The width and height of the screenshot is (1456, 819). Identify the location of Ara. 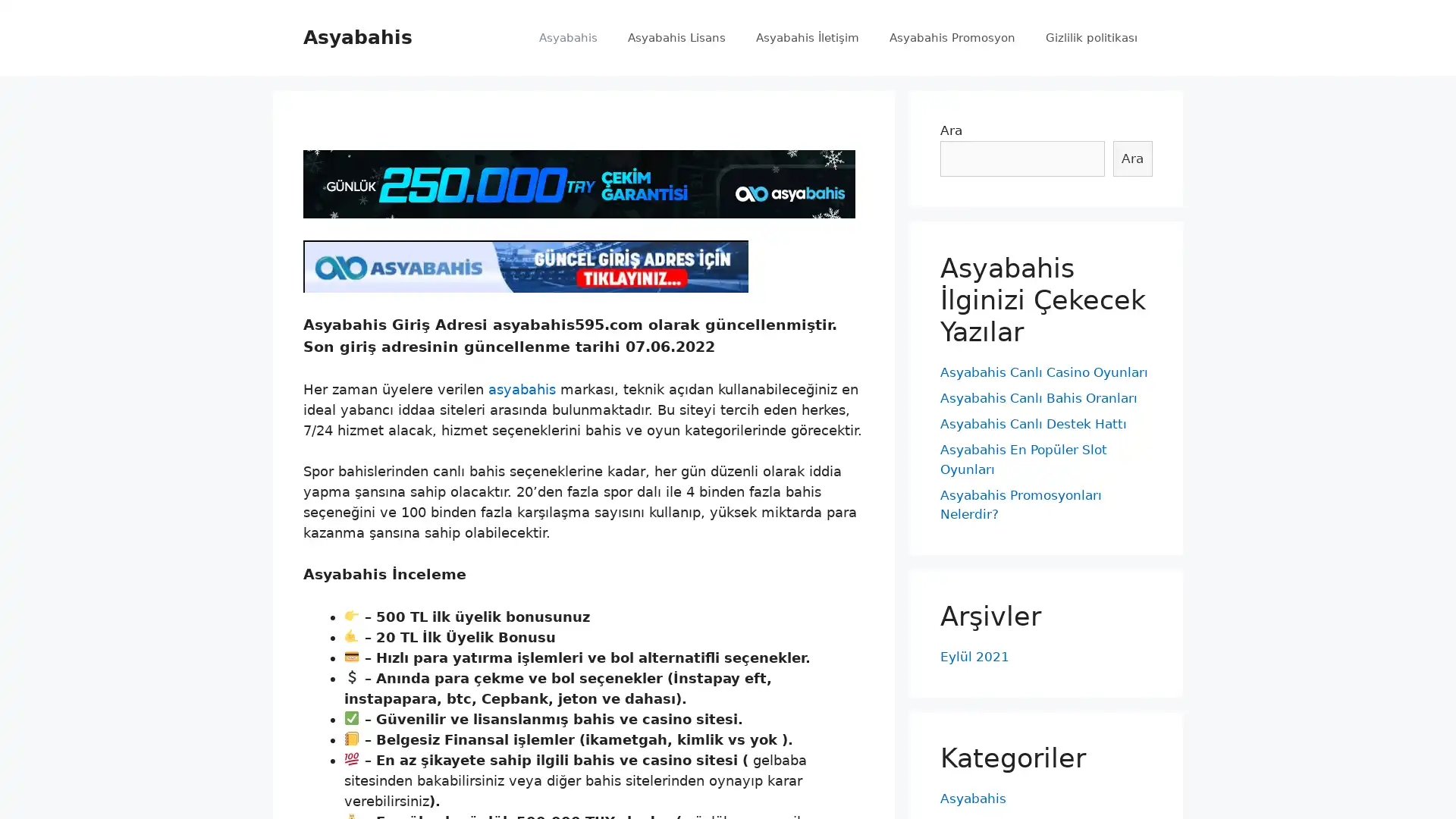
(1132, 158).